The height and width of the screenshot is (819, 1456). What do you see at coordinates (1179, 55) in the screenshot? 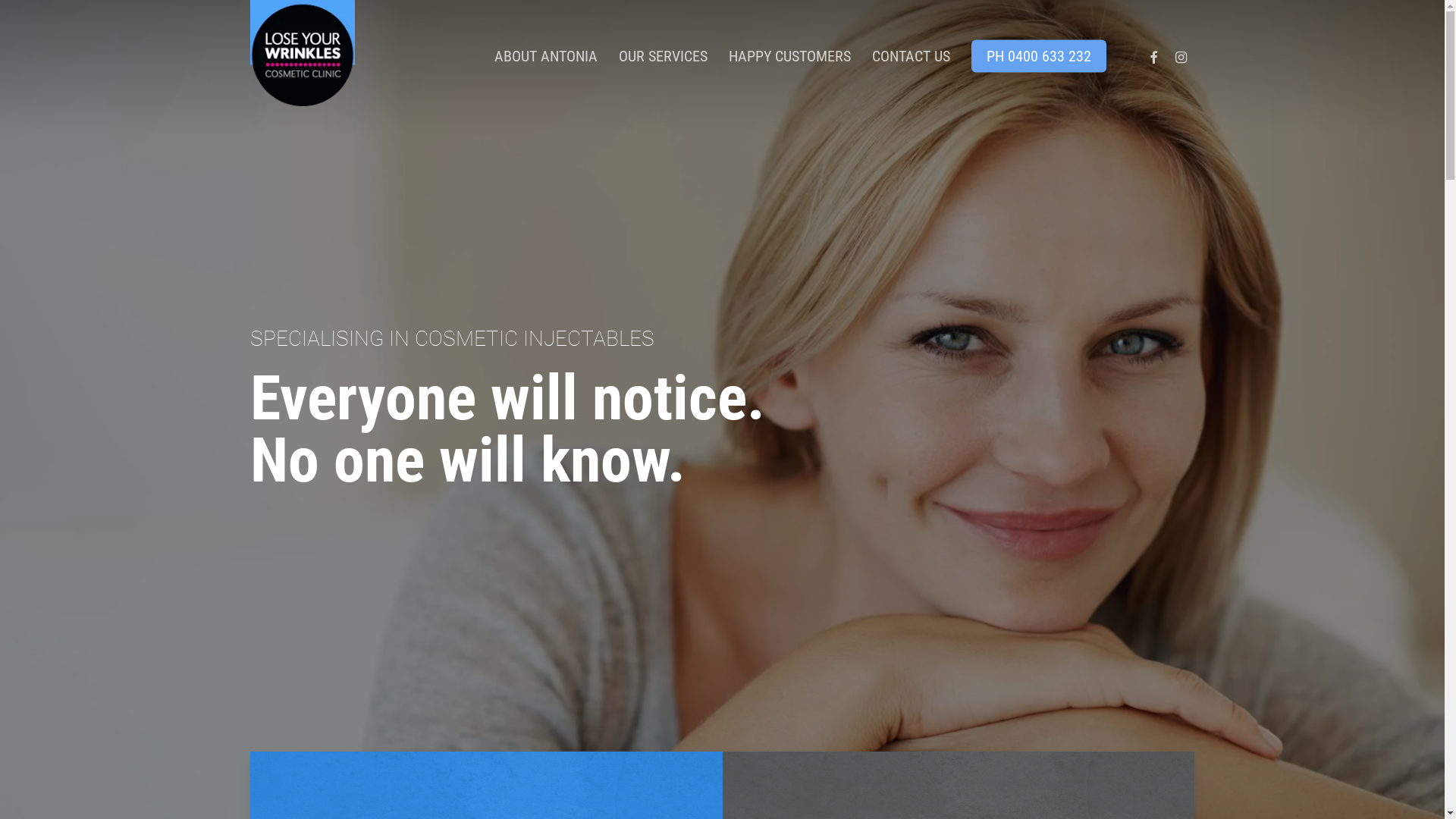
I see `'INSTAGRAM'` at bounding box center [1179, 55].